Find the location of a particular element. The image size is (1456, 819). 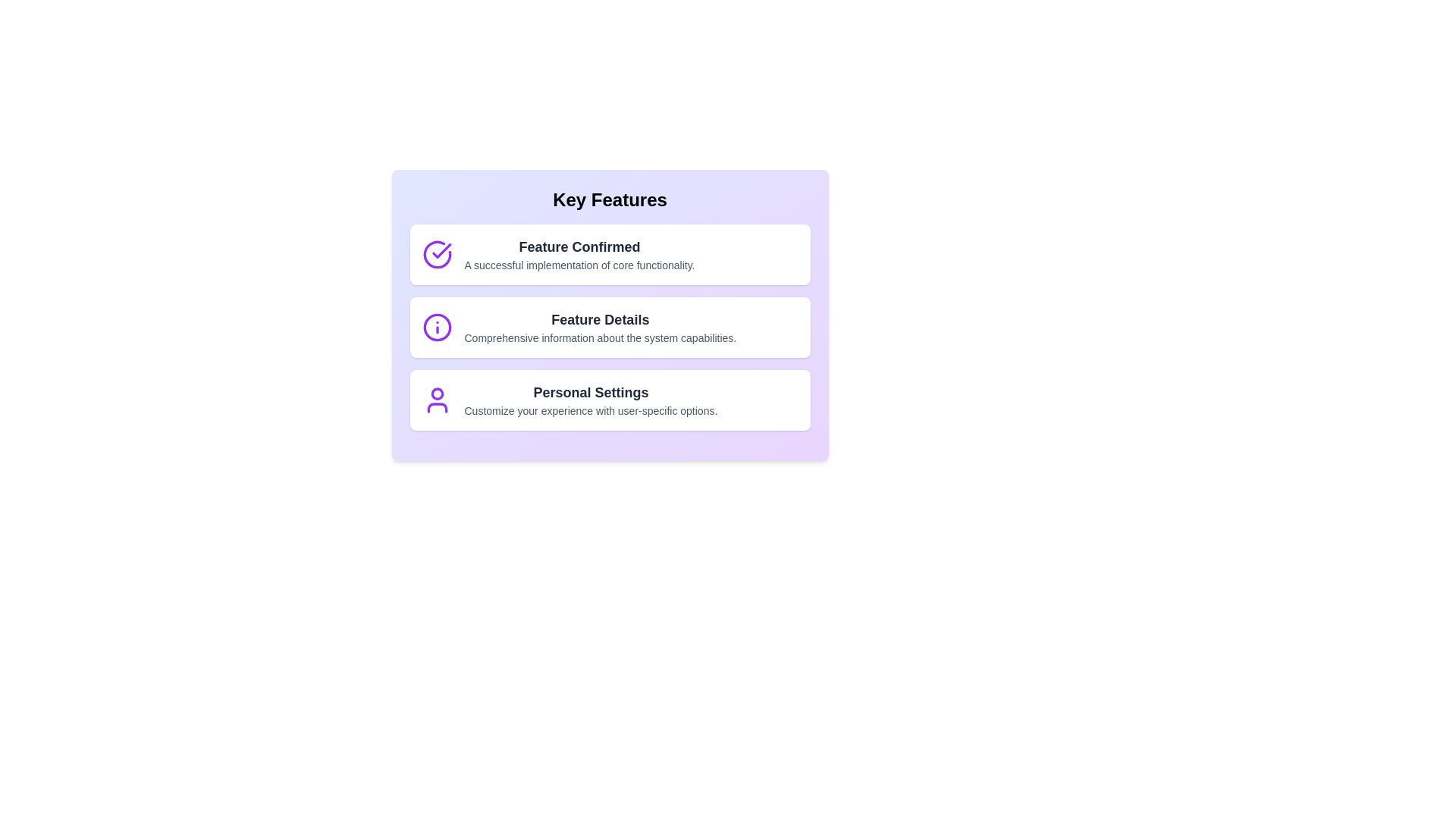

the feature item corresponding to Feature Confirmed is located at coordinates (610, 253).